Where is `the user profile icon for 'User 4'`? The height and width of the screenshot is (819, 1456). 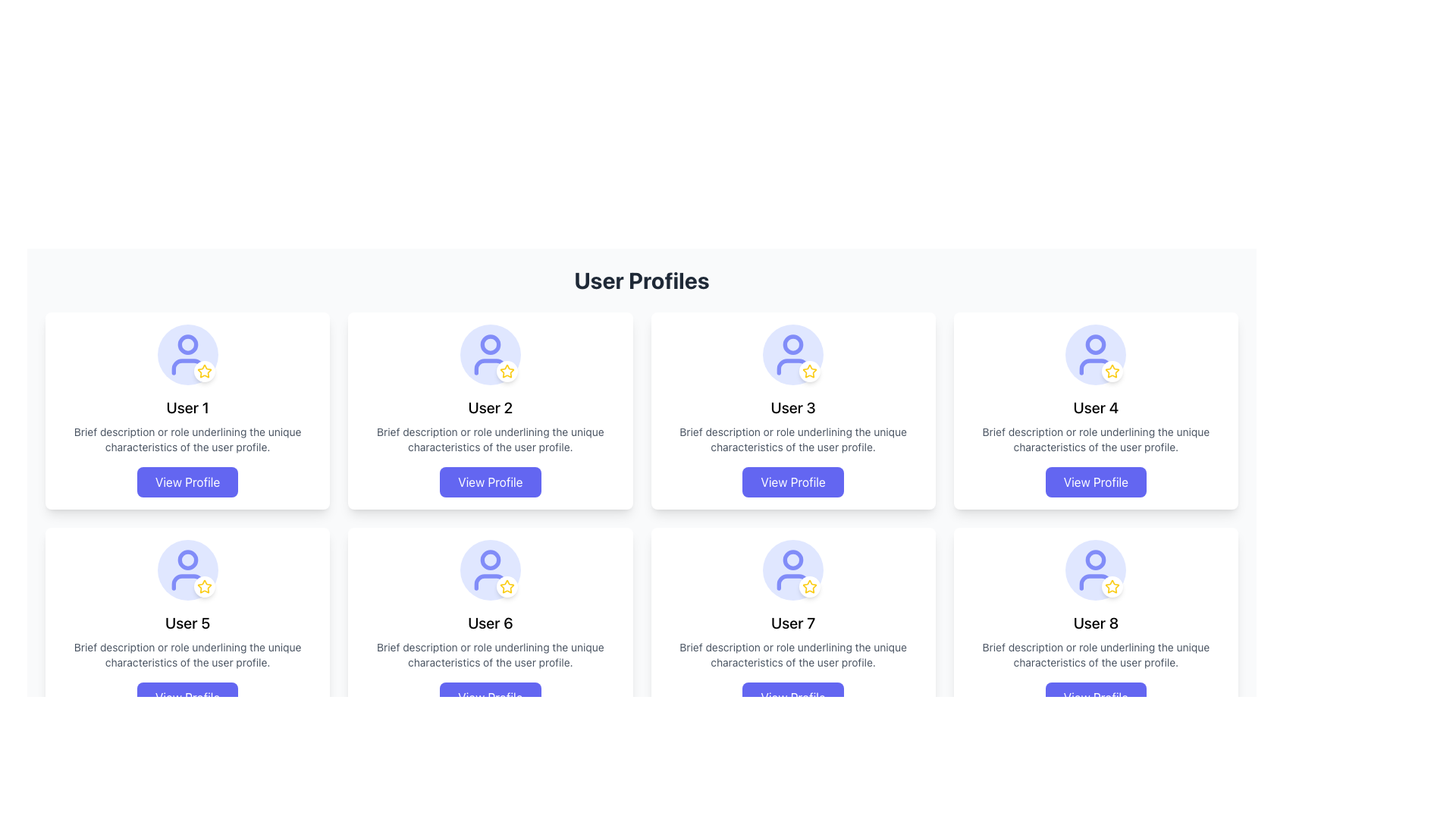 the user profile icon for 'User 4' is located at coordinates (1096, 354).